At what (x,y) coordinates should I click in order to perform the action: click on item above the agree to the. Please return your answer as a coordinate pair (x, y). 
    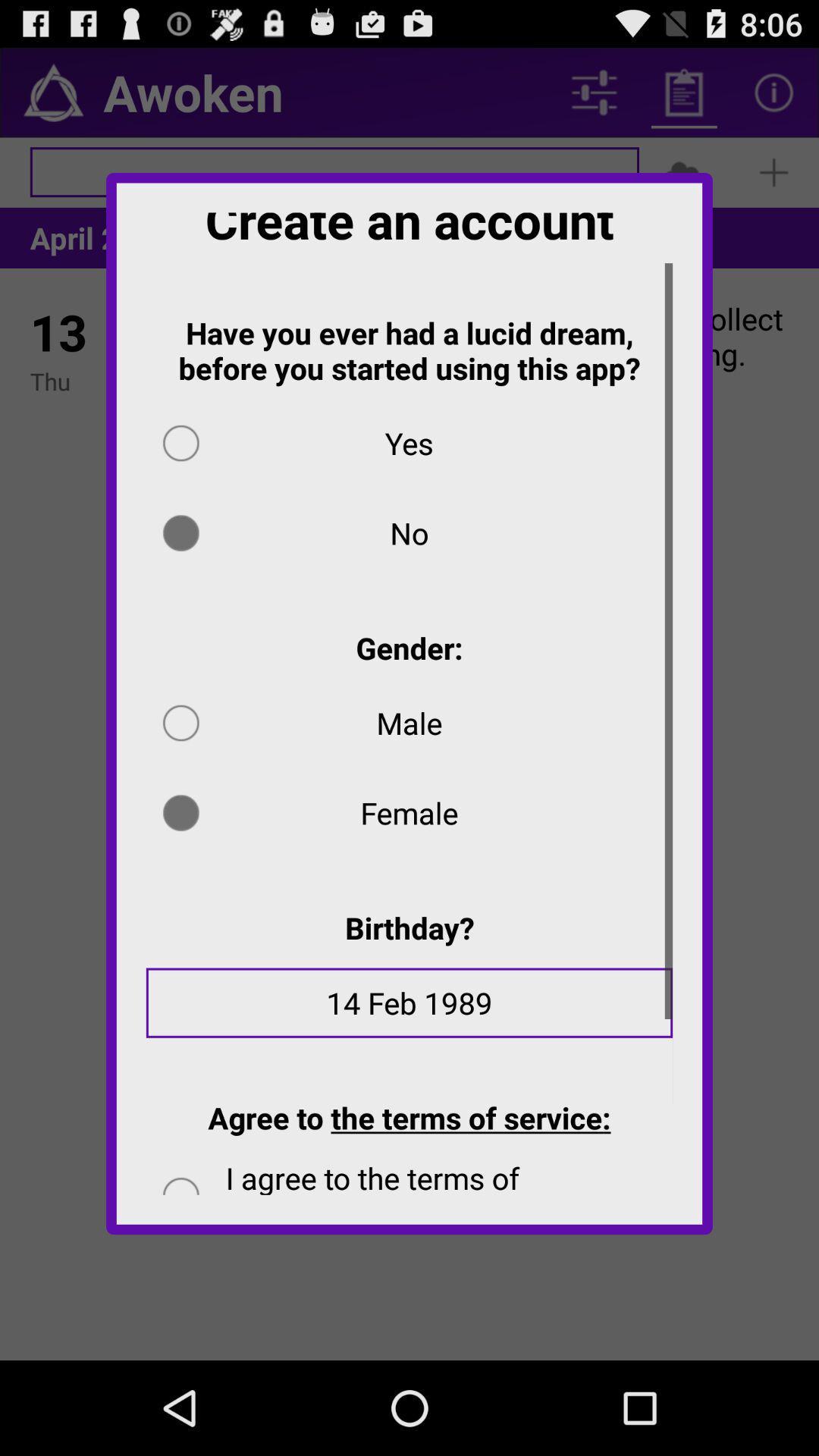
    Looking at the image, I should click on (409, 1013).